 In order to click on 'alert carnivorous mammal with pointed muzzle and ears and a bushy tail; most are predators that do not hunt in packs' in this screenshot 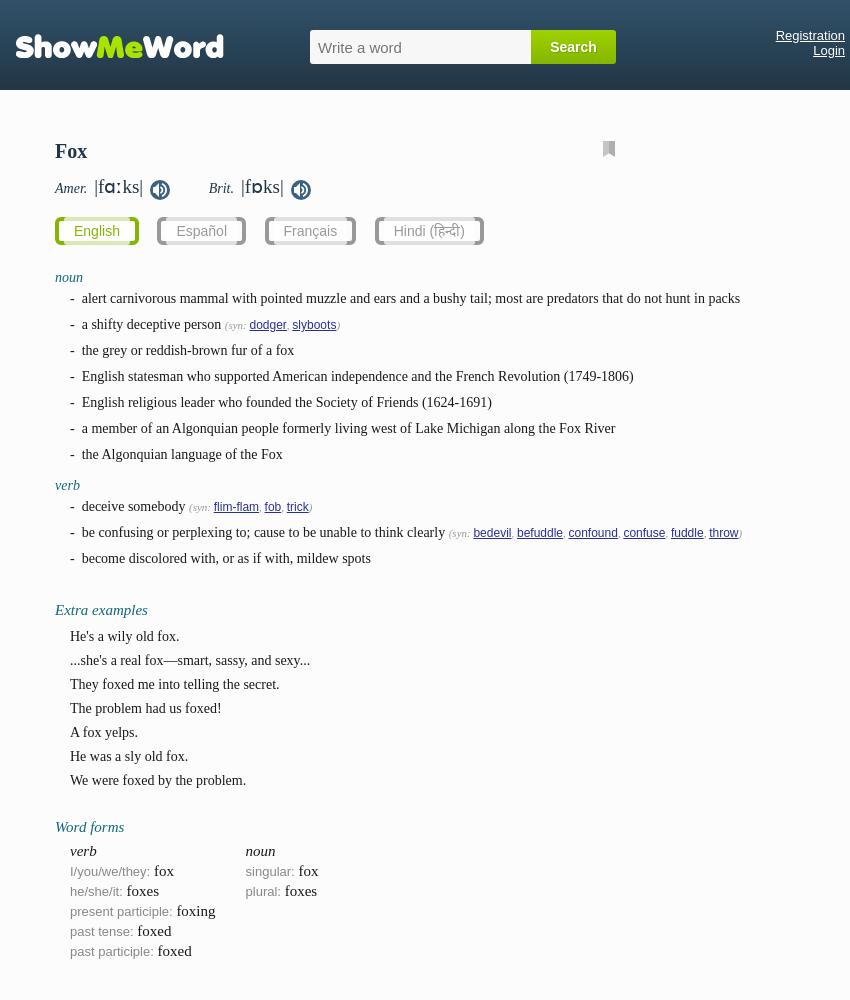, I will do `click(410, 298)`.